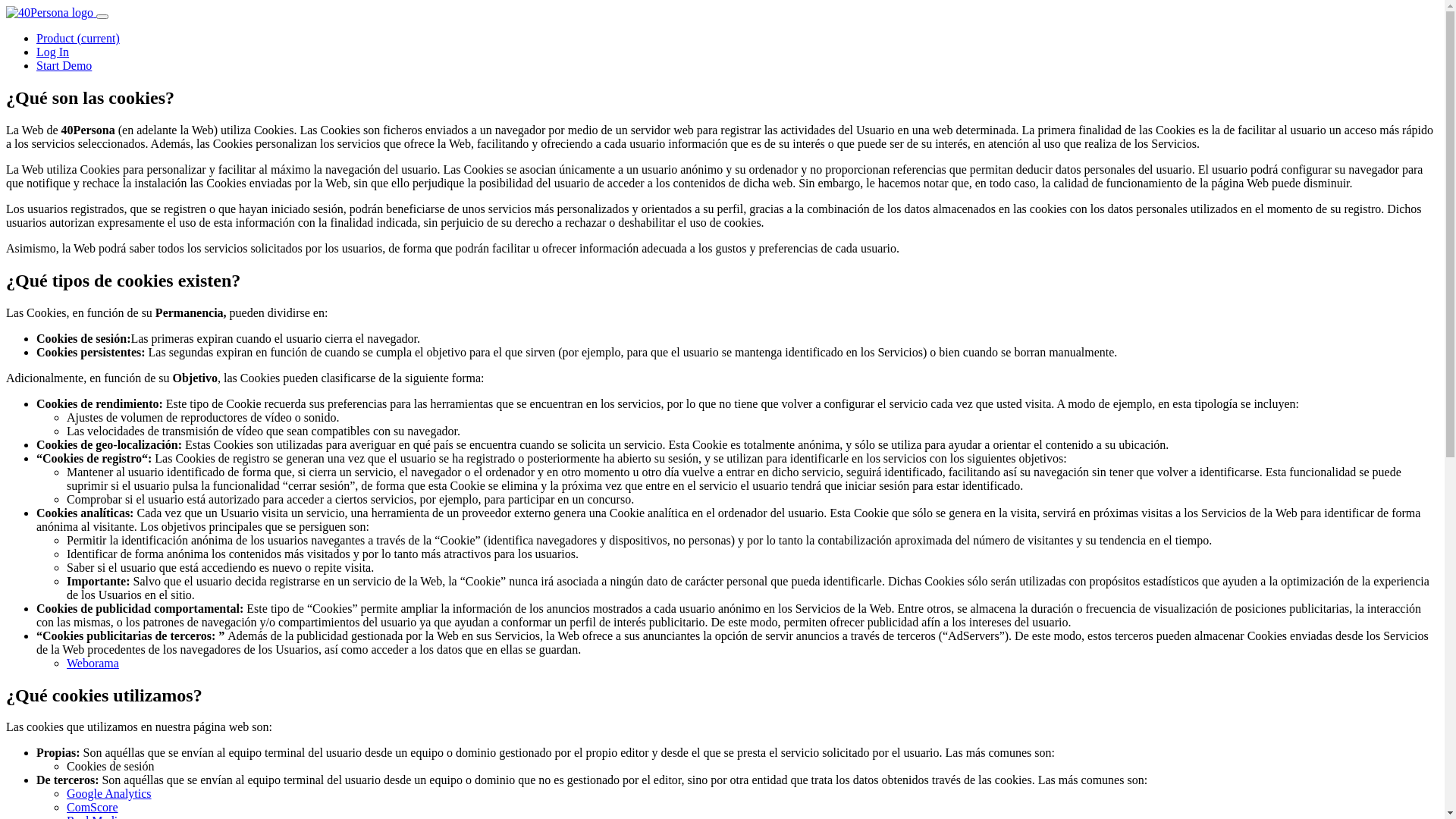 This screenshot has width=1456, height=819. I want to click on 'ComScore', so click(65, 806).